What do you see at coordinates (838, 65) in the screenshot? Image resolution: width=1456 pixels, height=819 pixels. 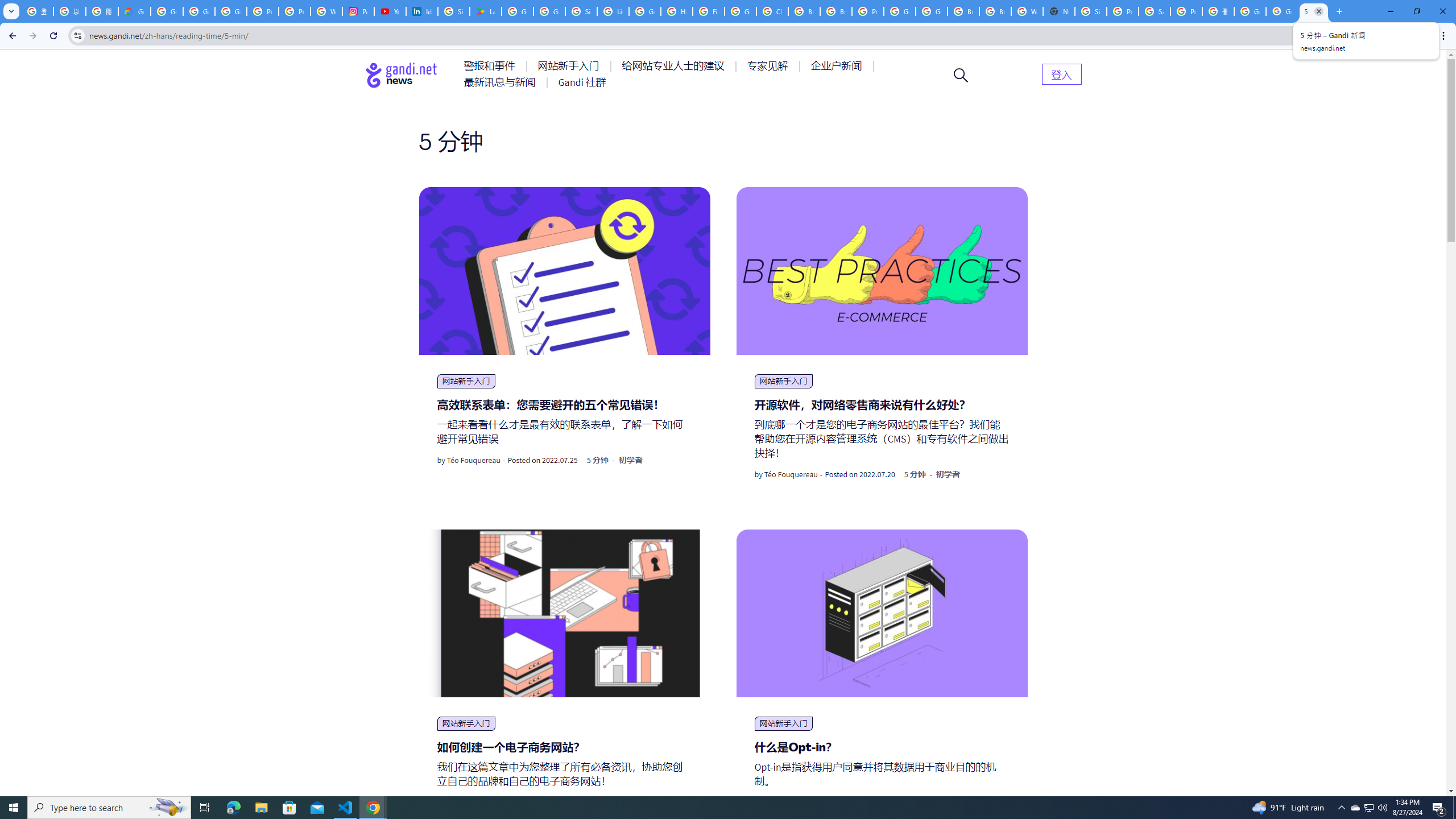 I see `'AutomationID: menu-item-77765'` at bounding box center [838, 65].